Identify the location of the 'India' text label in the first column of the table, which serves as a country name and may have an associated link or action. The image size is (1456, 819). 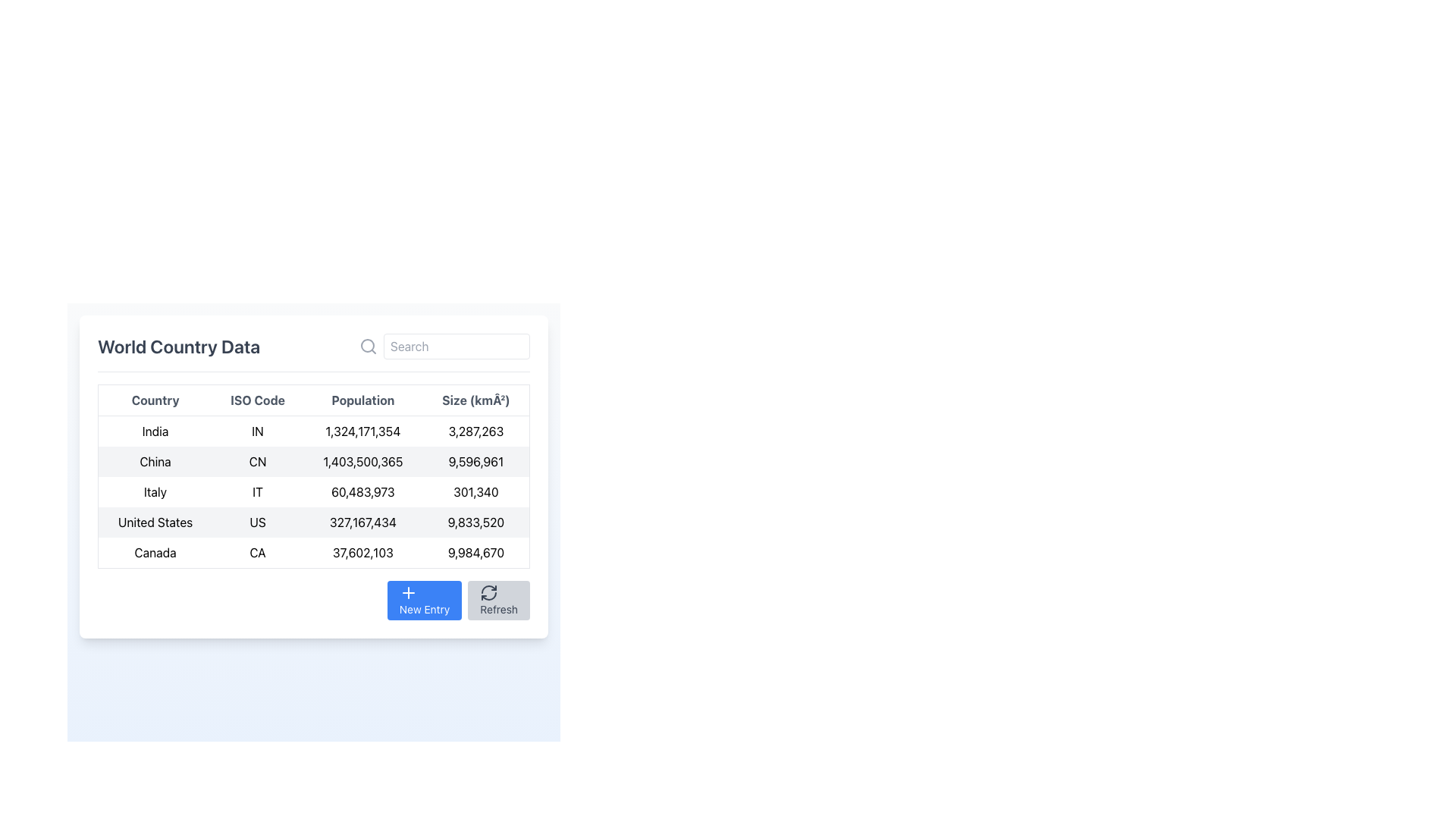
(155, 431).